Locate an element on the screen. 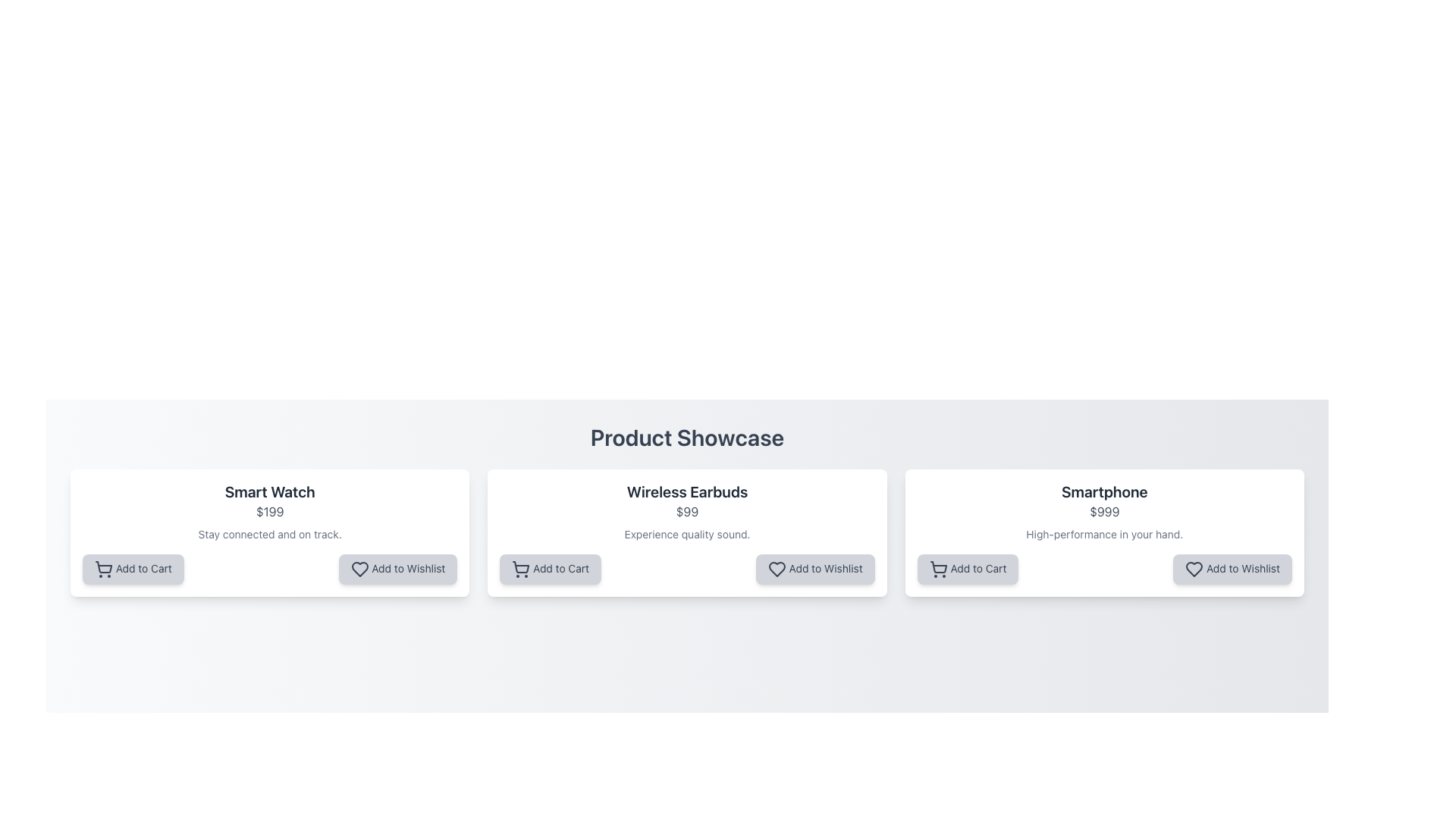 Image resolution: width=1456 pixels, height=819 pixels. the text label displaying the product name 'Smartphone' located in the rightmost product card, positioned above the price caption is located at coordinates (1104, 491).